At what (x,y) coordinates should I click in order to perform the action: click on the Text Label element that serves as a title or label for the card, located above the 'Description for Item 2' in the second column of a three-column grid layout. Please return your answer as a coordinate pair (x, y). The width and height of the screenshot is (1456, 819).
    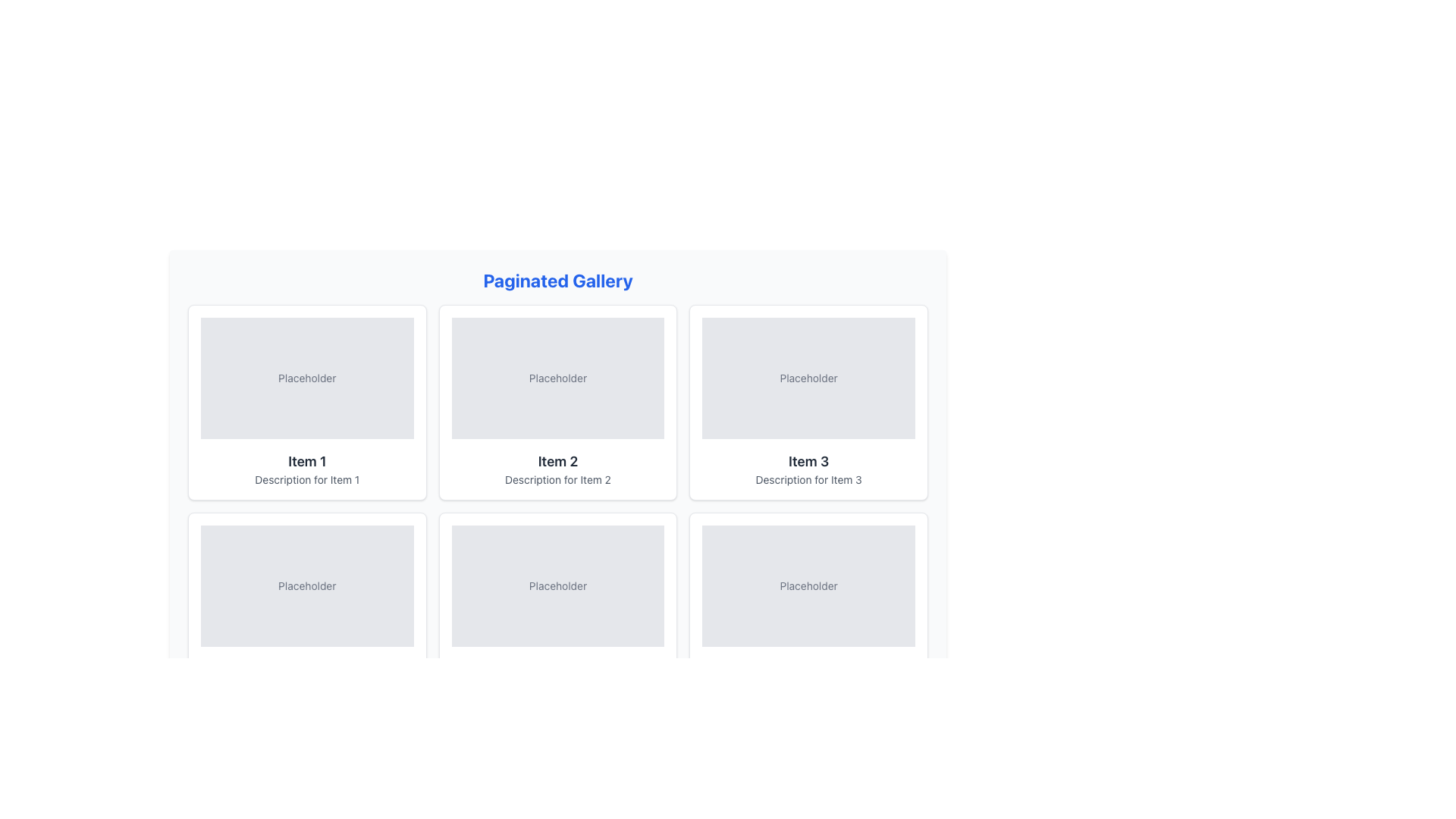
    Looking at the image, I should click on (557, 461).